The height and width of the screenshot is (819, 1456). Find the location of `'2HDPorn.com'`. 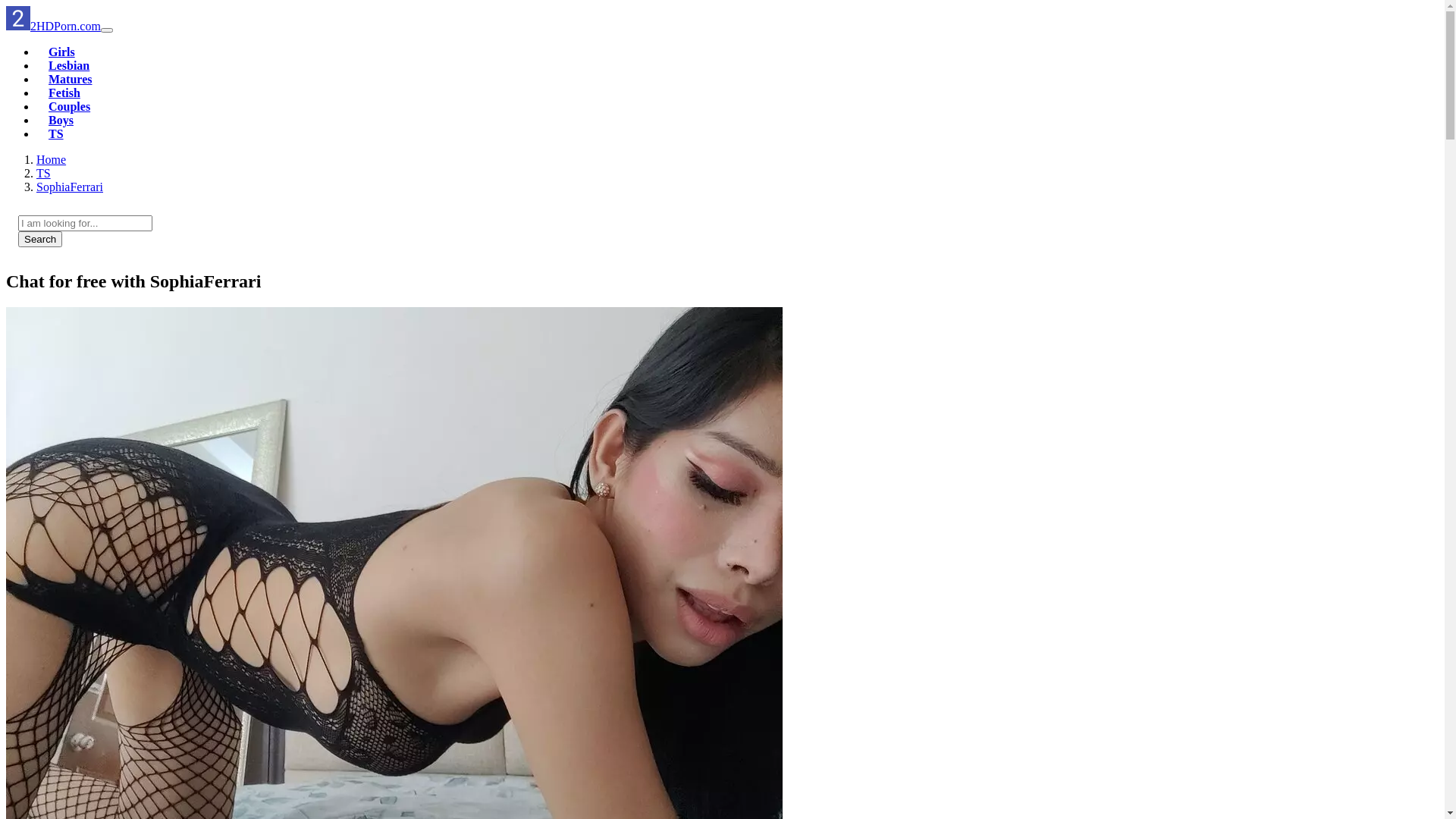

'2HDPorn.com' is located at coordinates (53, 26).